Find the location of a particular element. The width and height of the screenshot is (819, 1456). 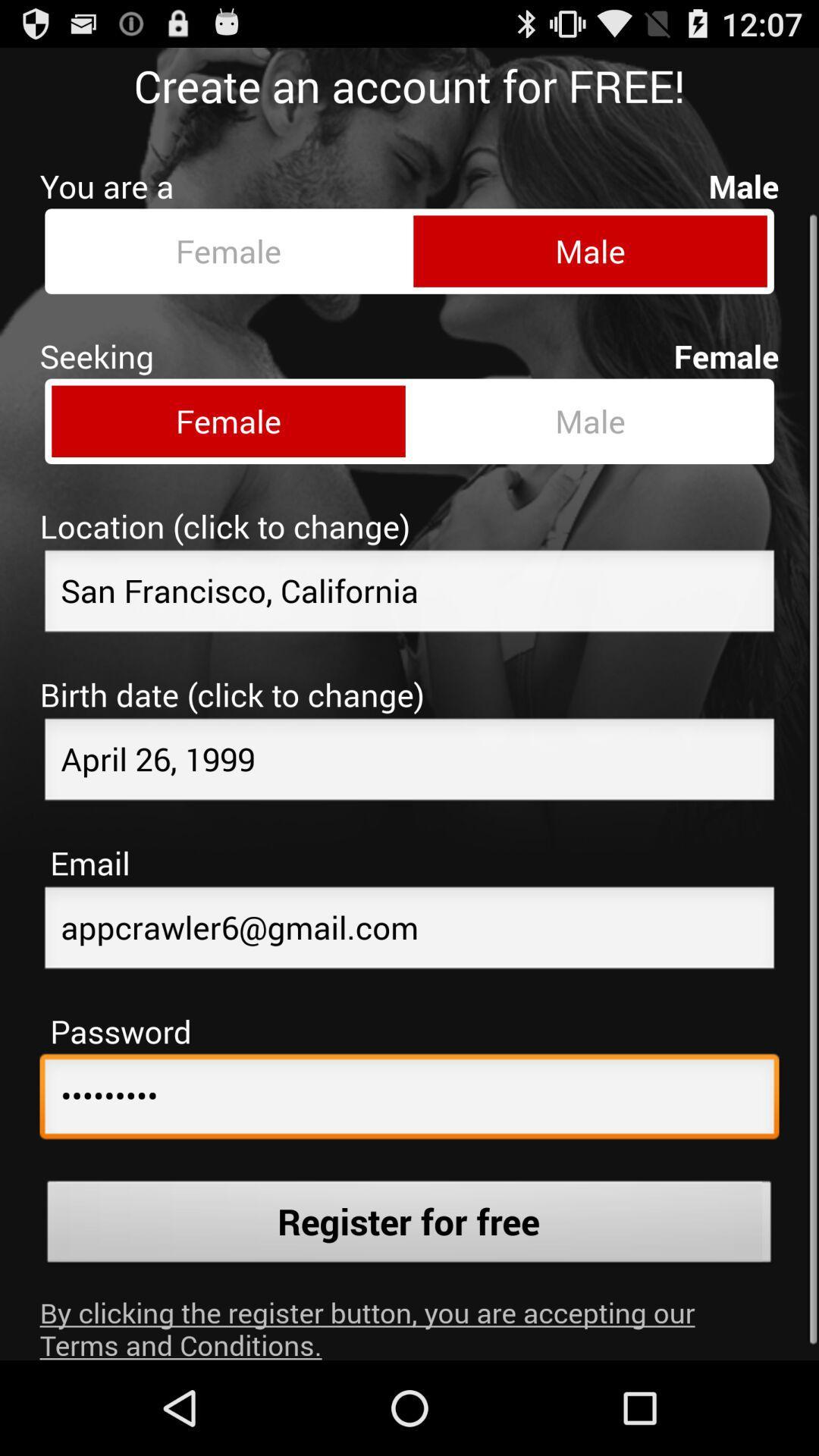

birth date is located at coordinates (409, 750).